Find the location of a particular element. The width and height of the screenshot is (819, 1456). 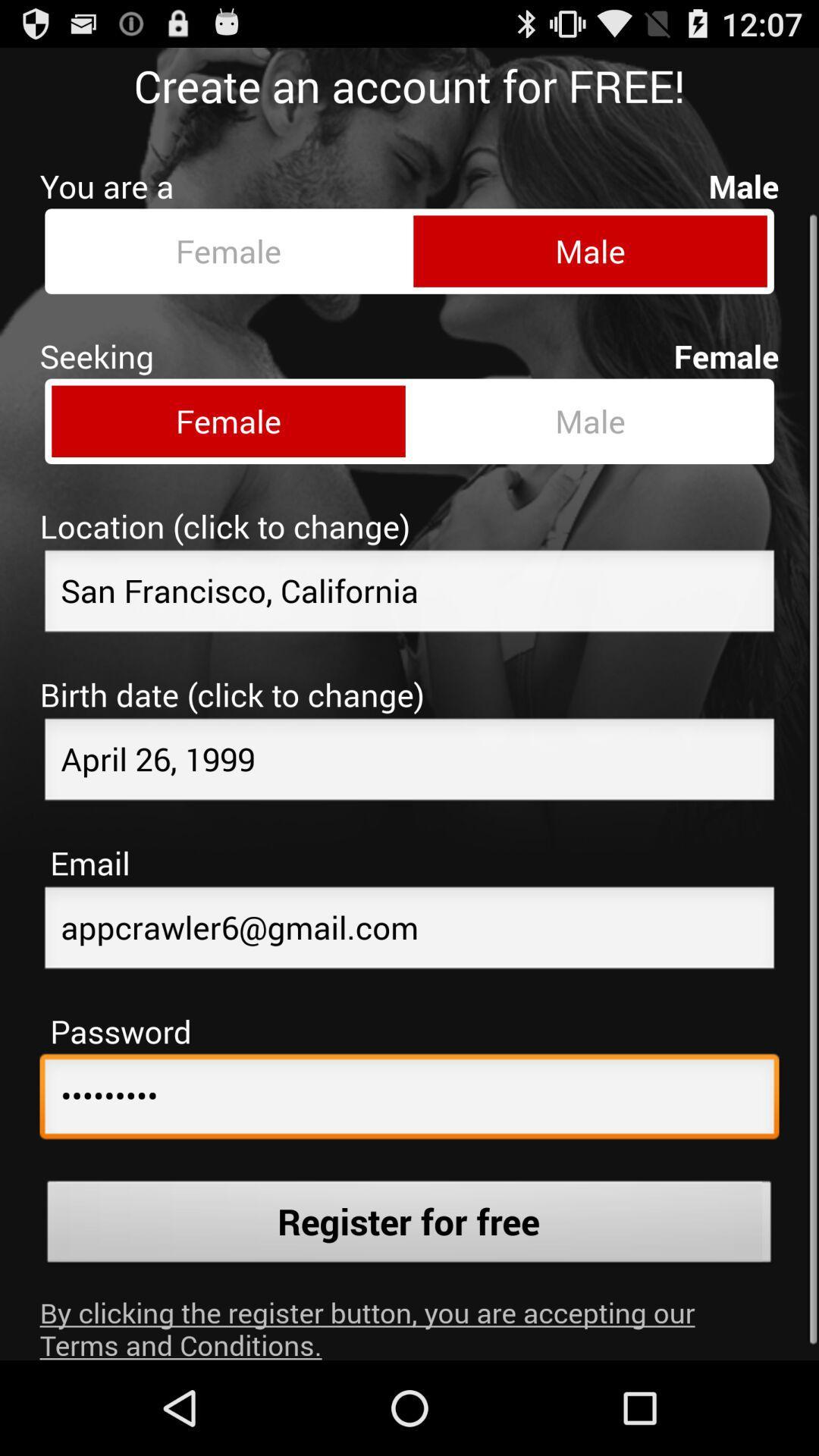

birth date is located at coordinates (409, 750).